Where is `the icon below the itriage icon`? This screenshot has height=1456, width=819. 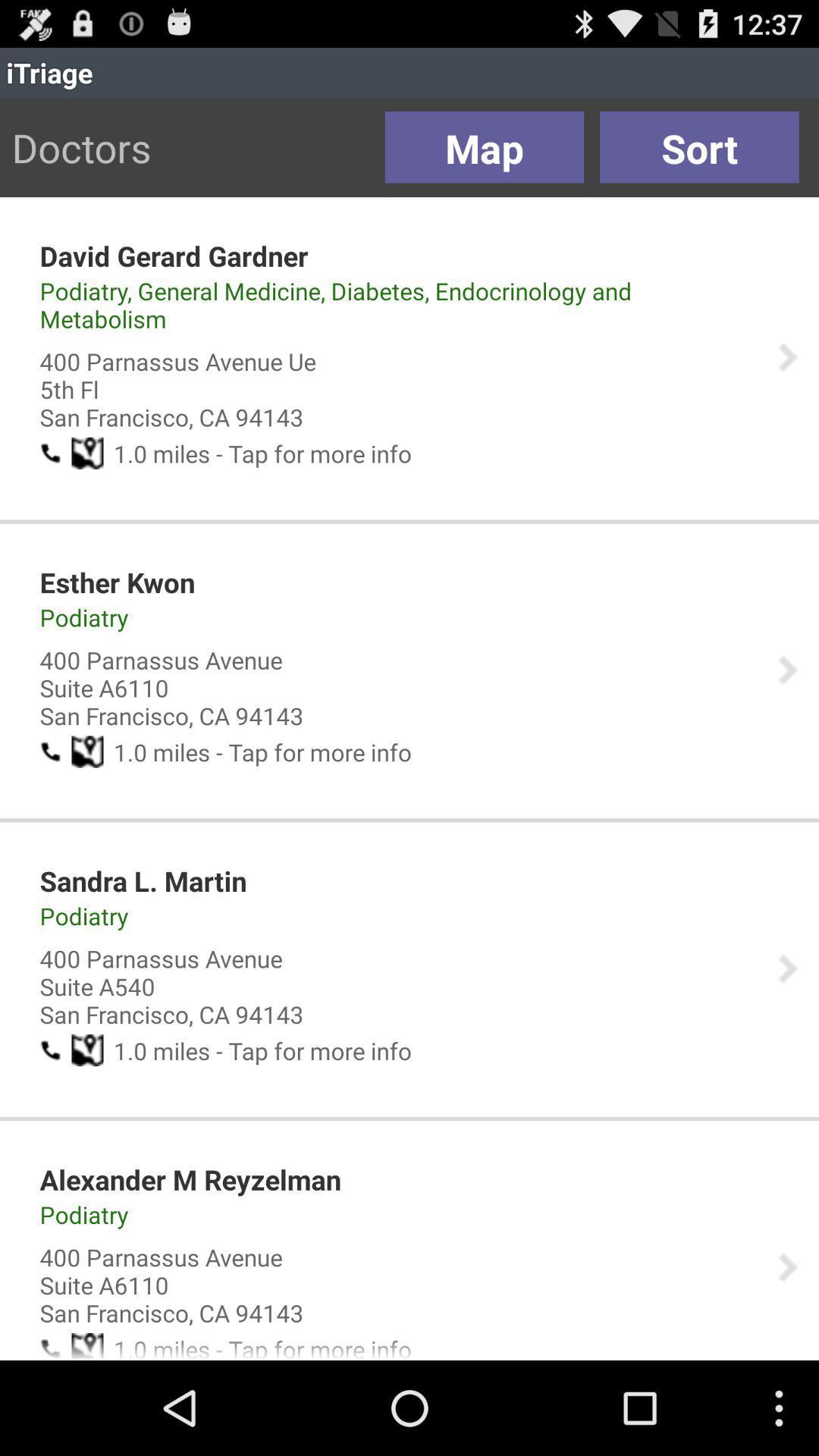 the icon below the itriage icon is located at coordinates (699, 147).